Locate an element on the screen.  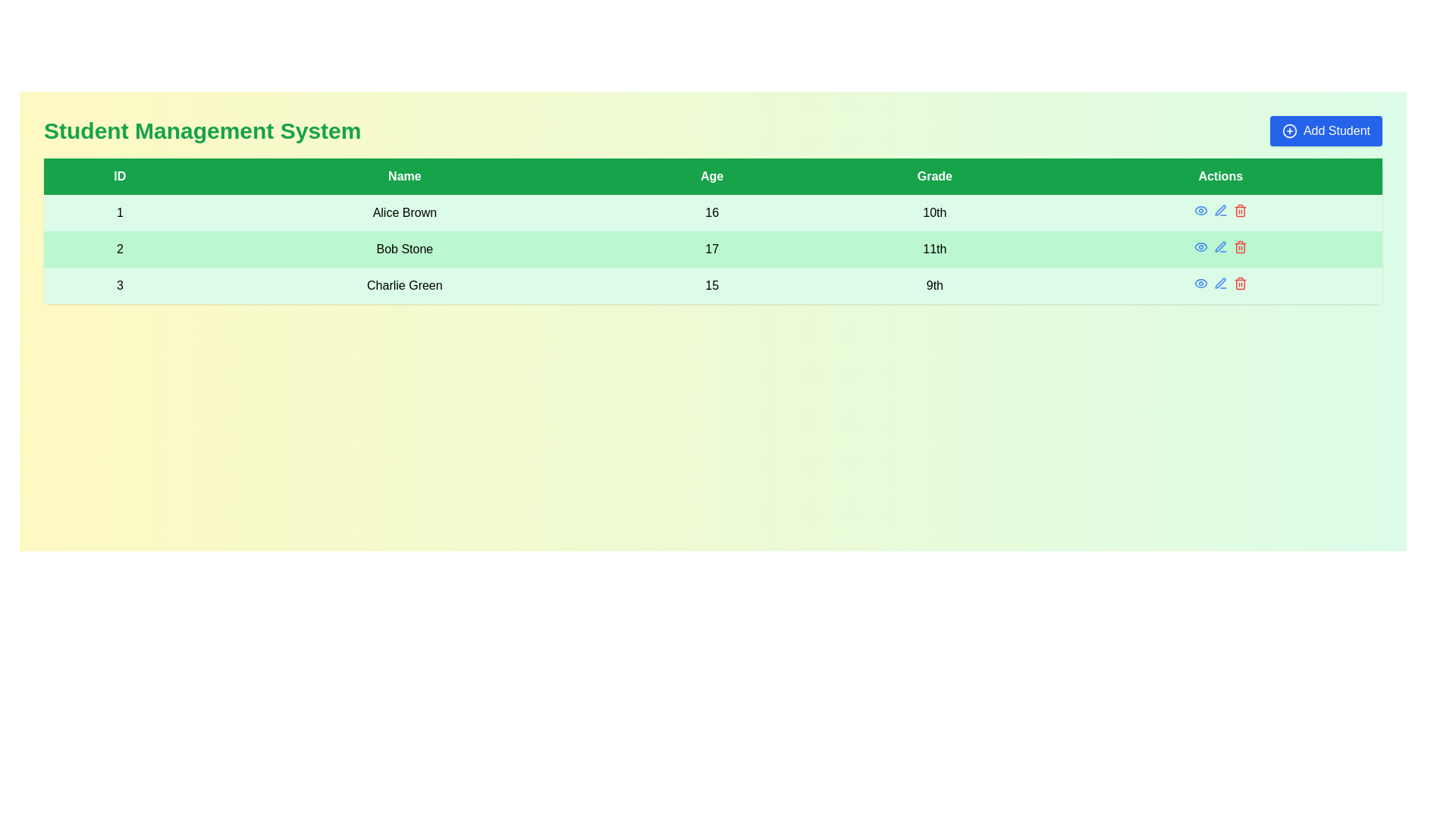
text content of the label displaying 'Charlie Green' in black text on a light green background, located in the second column under the header 'Name' in the third row of the table is located at coordinates (404, 286).